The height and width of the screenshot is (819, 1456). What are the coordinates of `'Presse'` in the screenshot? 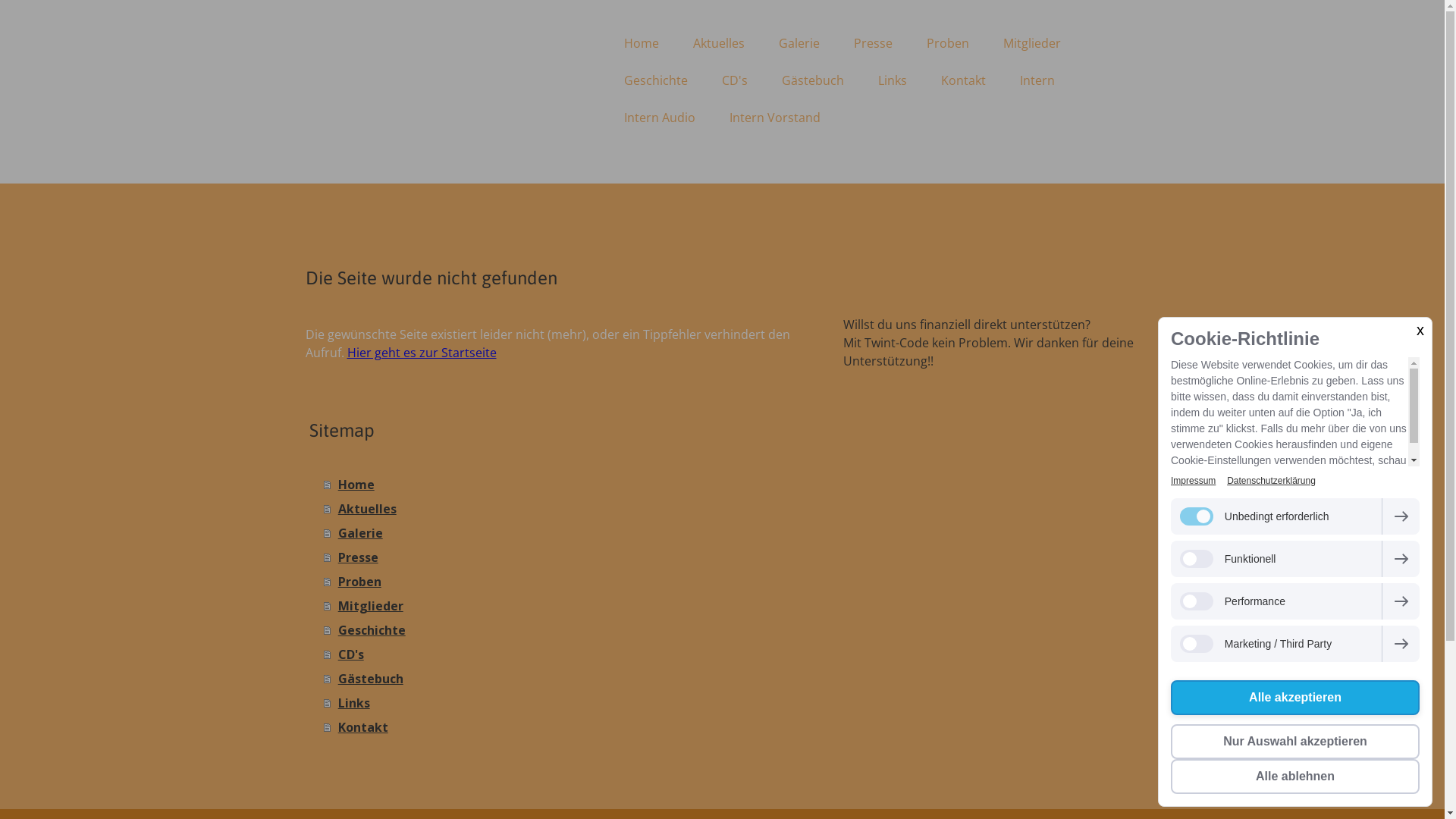 It's located at (322, 557).